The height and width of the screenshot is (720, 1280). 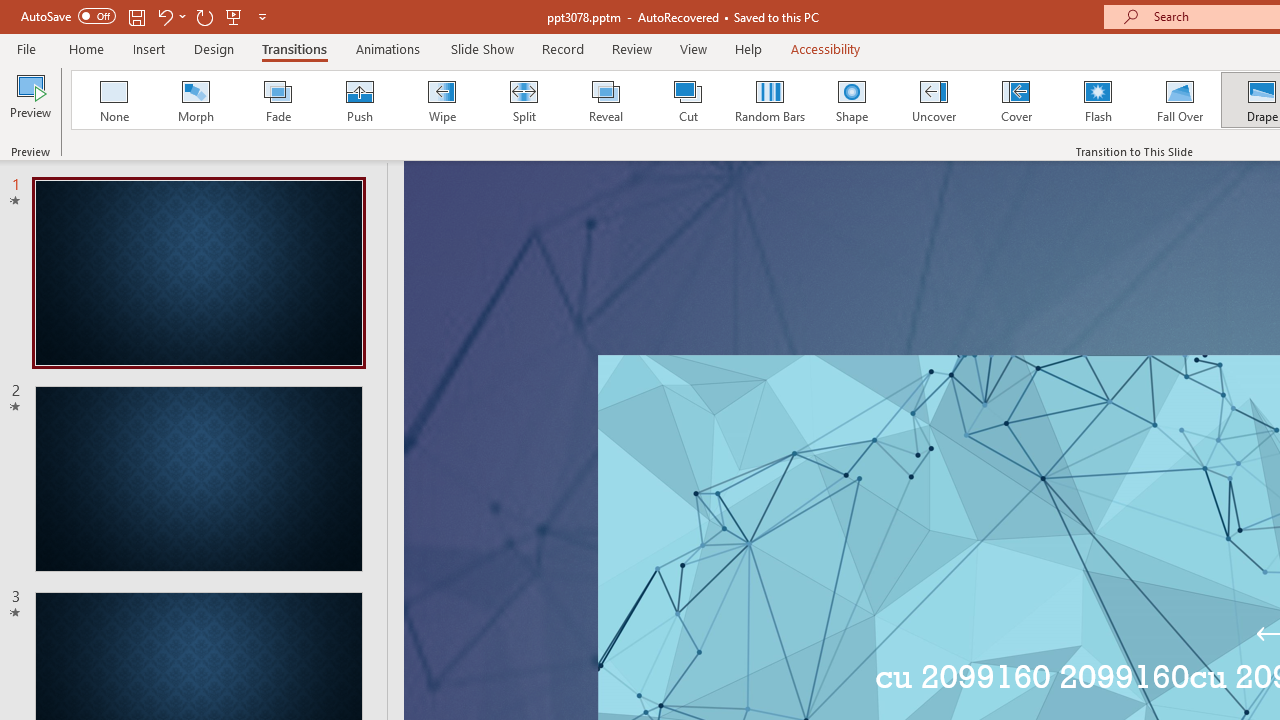 What do you see at coordinates (1180, 100) in the screenshot?
I see `'Fall Over'` at bounding box center [1180, 100].